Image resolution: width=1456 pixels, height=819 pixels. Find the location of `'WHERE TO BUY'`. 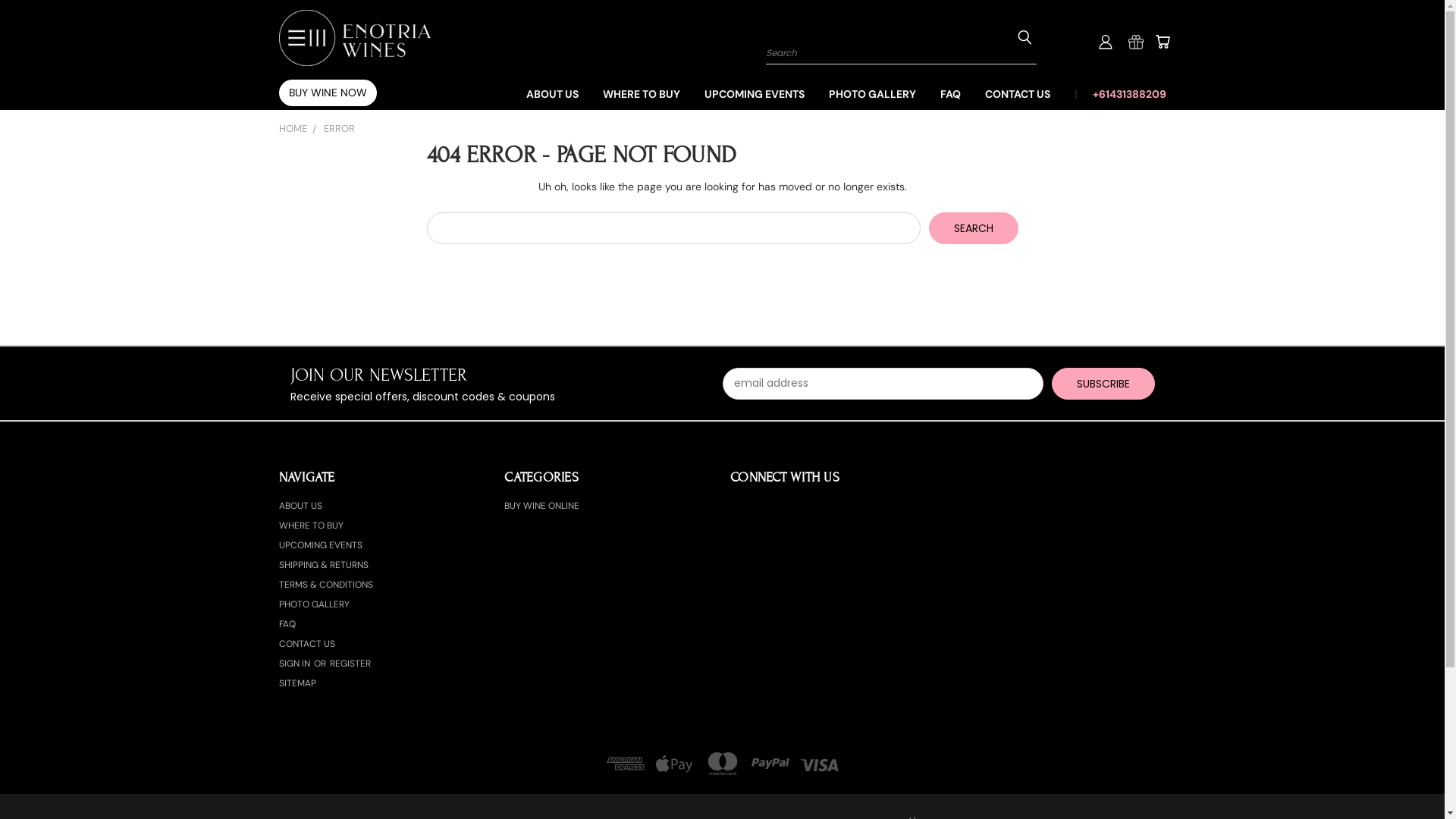

'WHERE TO BUY' is located at coordinates (310, 528).